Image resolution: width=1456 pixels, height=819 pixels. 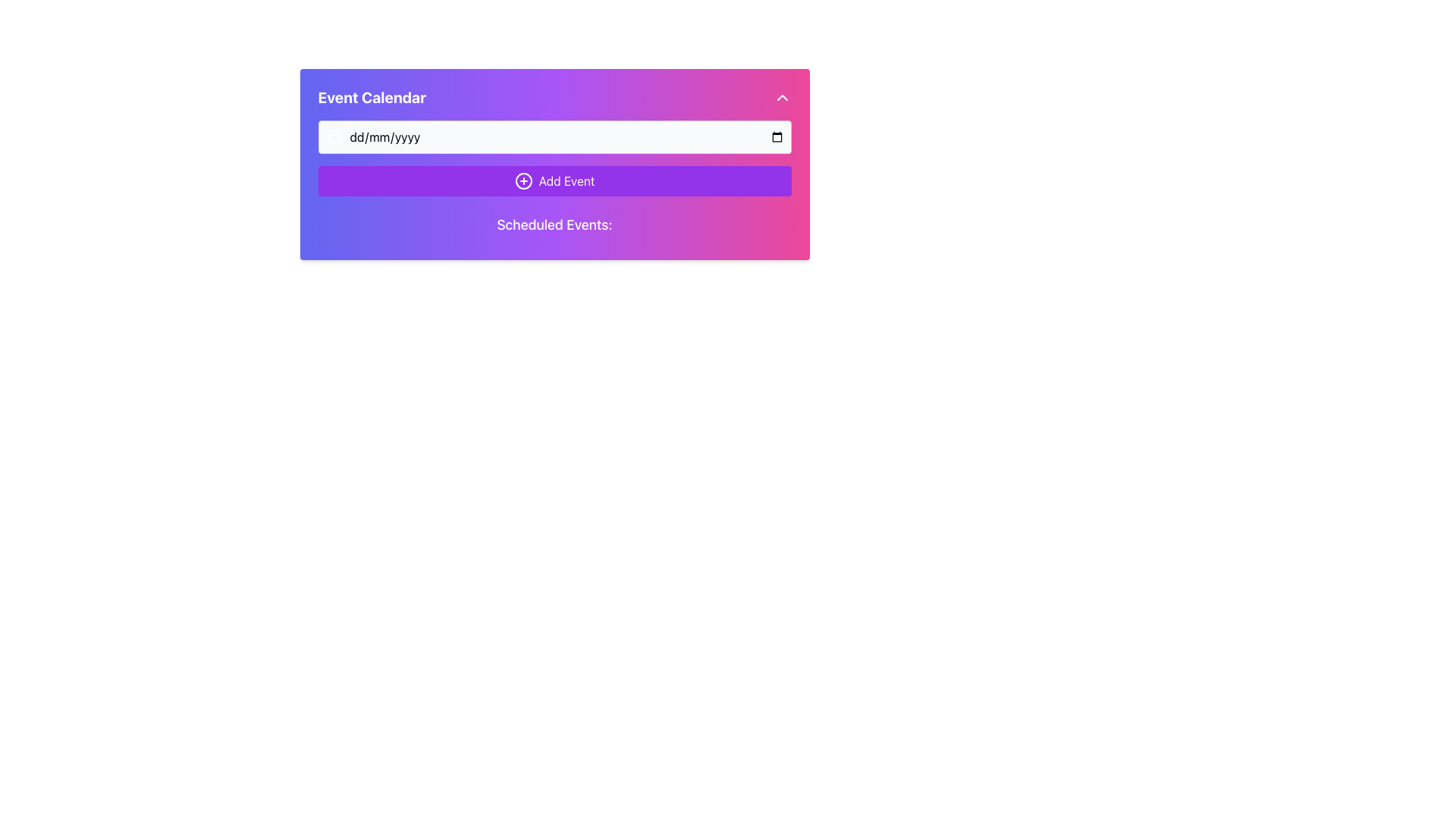 I want to click on the date picker icon located to the left of the date input field as a visual cue, so click(x=334, y=136).